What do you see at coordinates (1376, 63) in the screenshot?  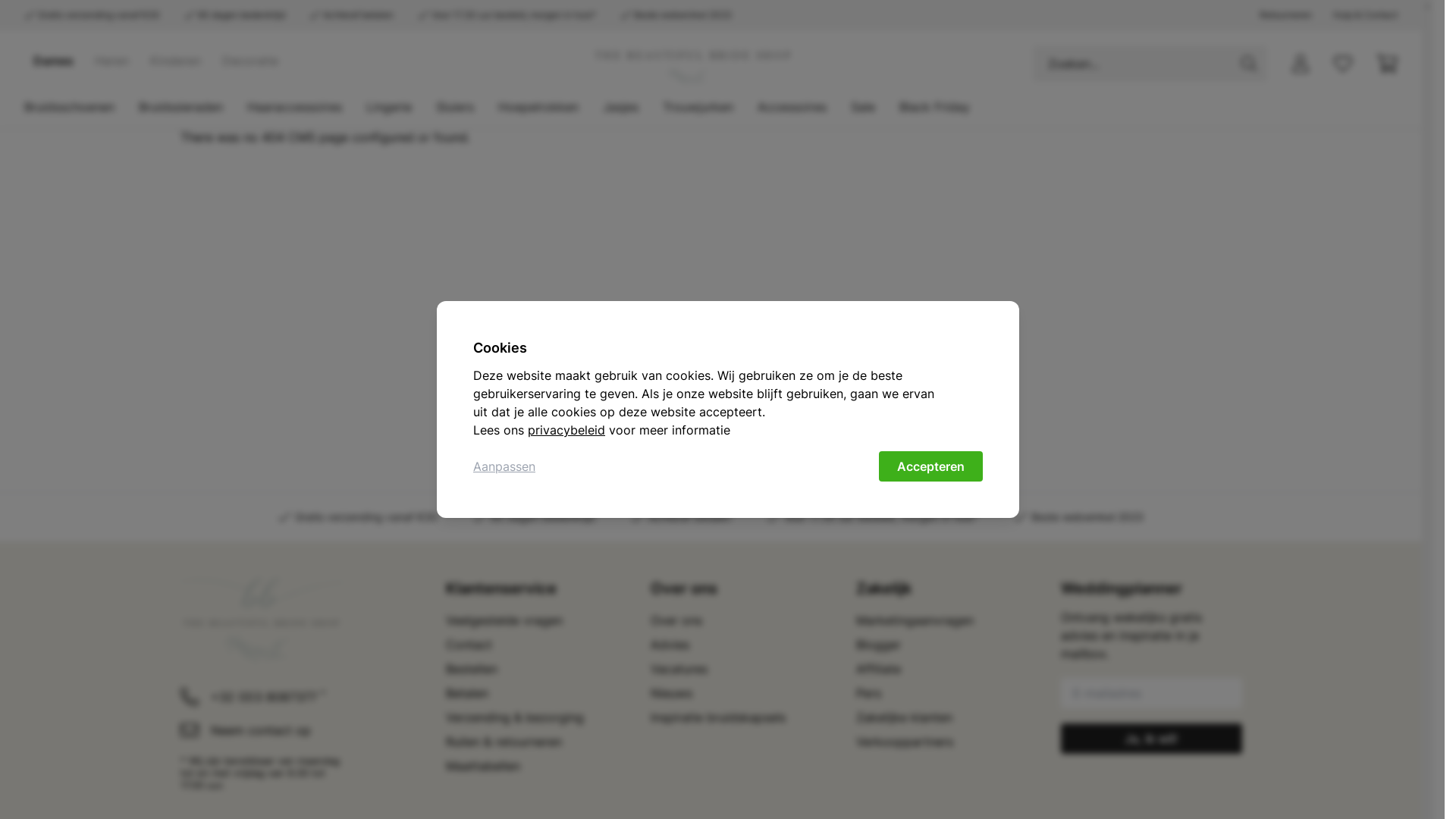 I see `'Winkelwagen'` at bounding box center [1376, 63].